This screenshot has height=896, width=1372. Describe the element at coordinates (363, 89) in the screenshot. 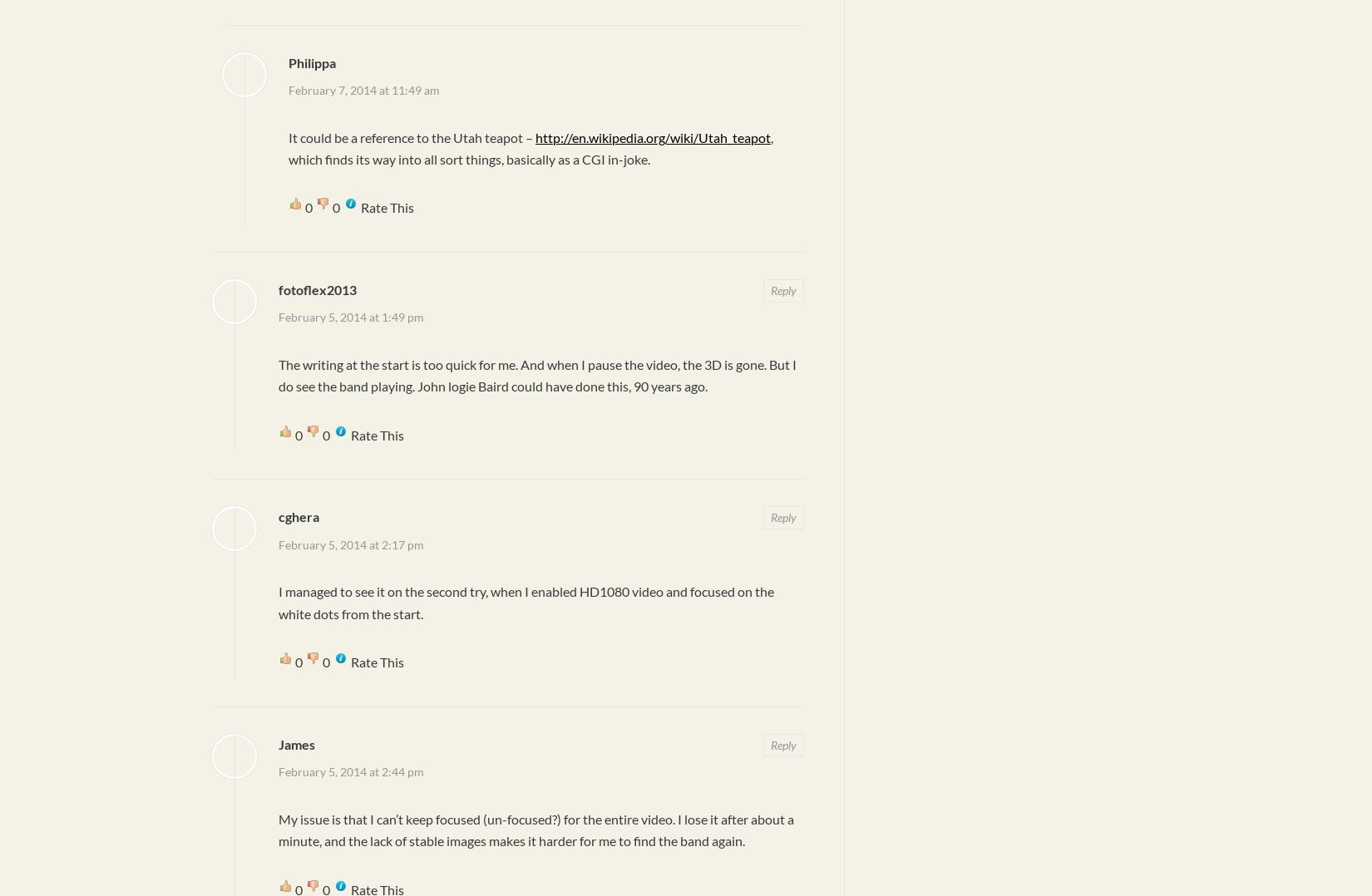

I see `'February 7, 2014 at 11:49 am'` at that location.